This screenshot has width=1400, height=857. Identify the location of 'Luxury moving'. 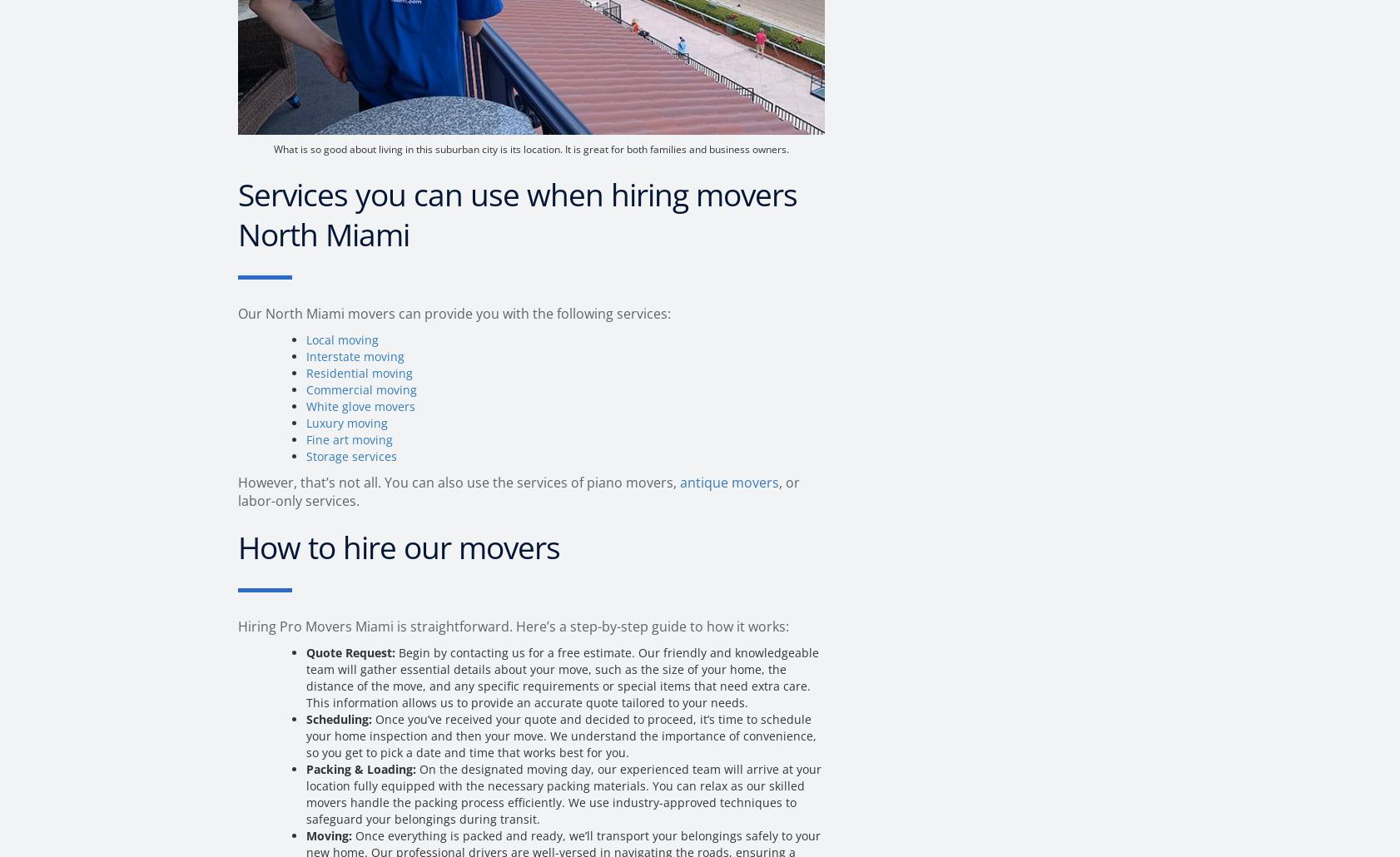
(345, 421).